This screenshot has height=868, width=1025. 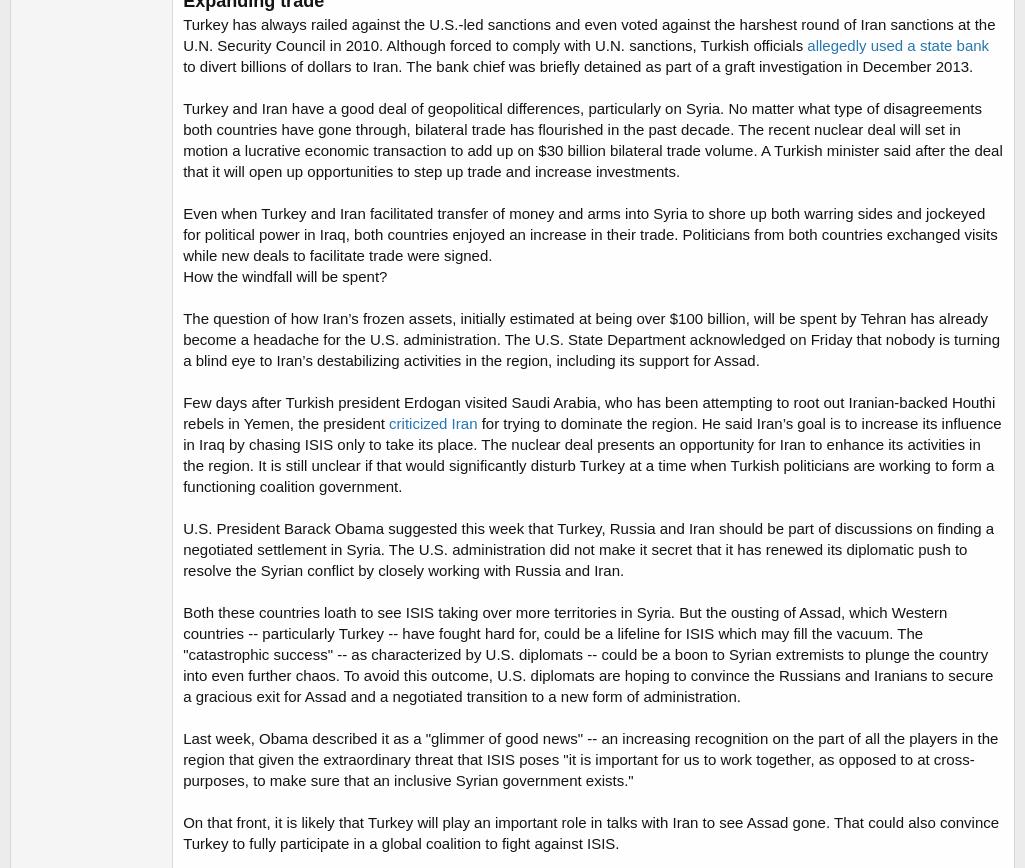 I want to click on 'How the windfall will be spent?', so click(x=181, y=276).